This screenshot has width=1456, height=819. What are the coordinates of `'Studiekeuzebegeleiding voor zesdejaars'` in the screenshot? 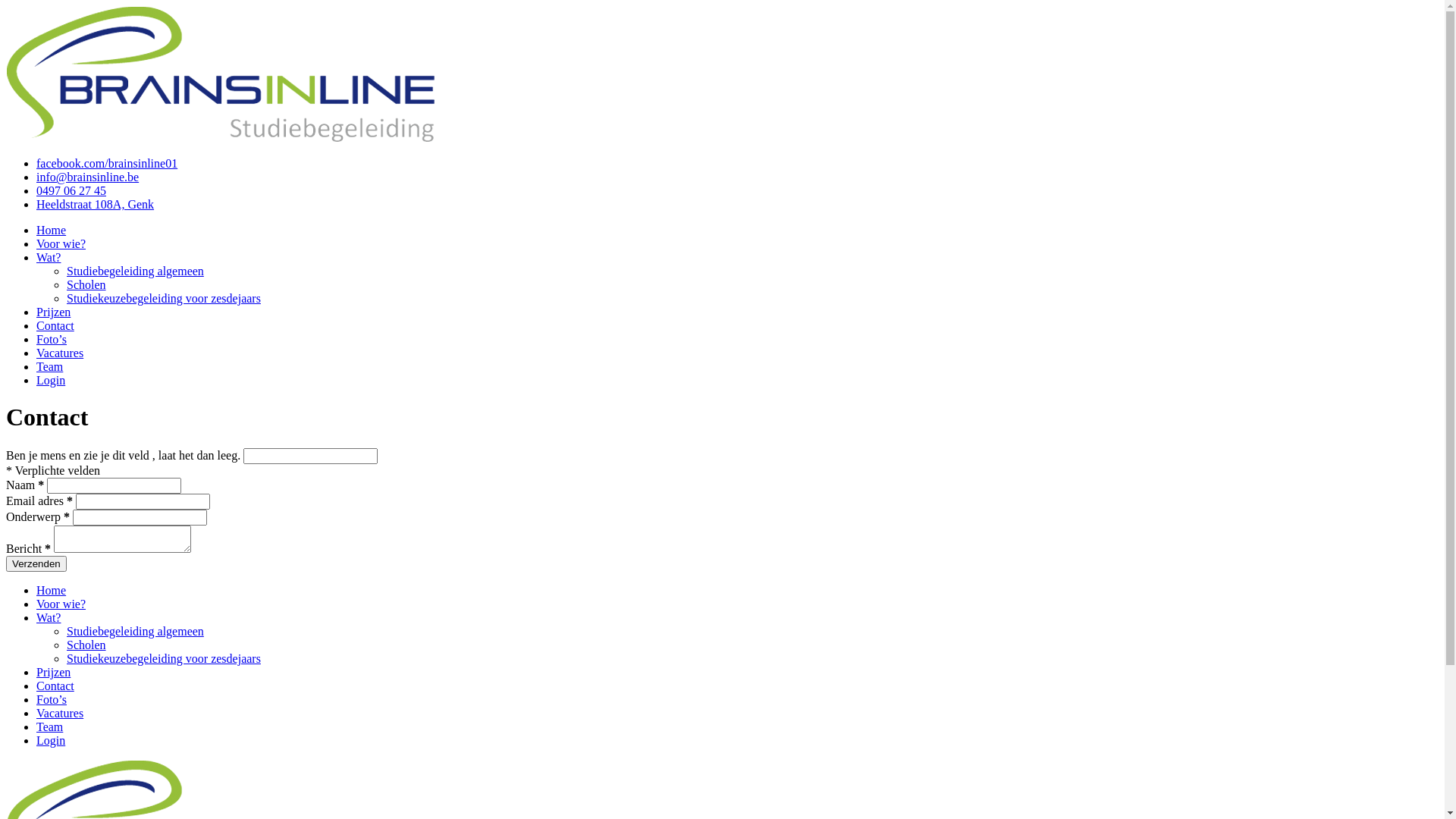 It's located at (164, 657).